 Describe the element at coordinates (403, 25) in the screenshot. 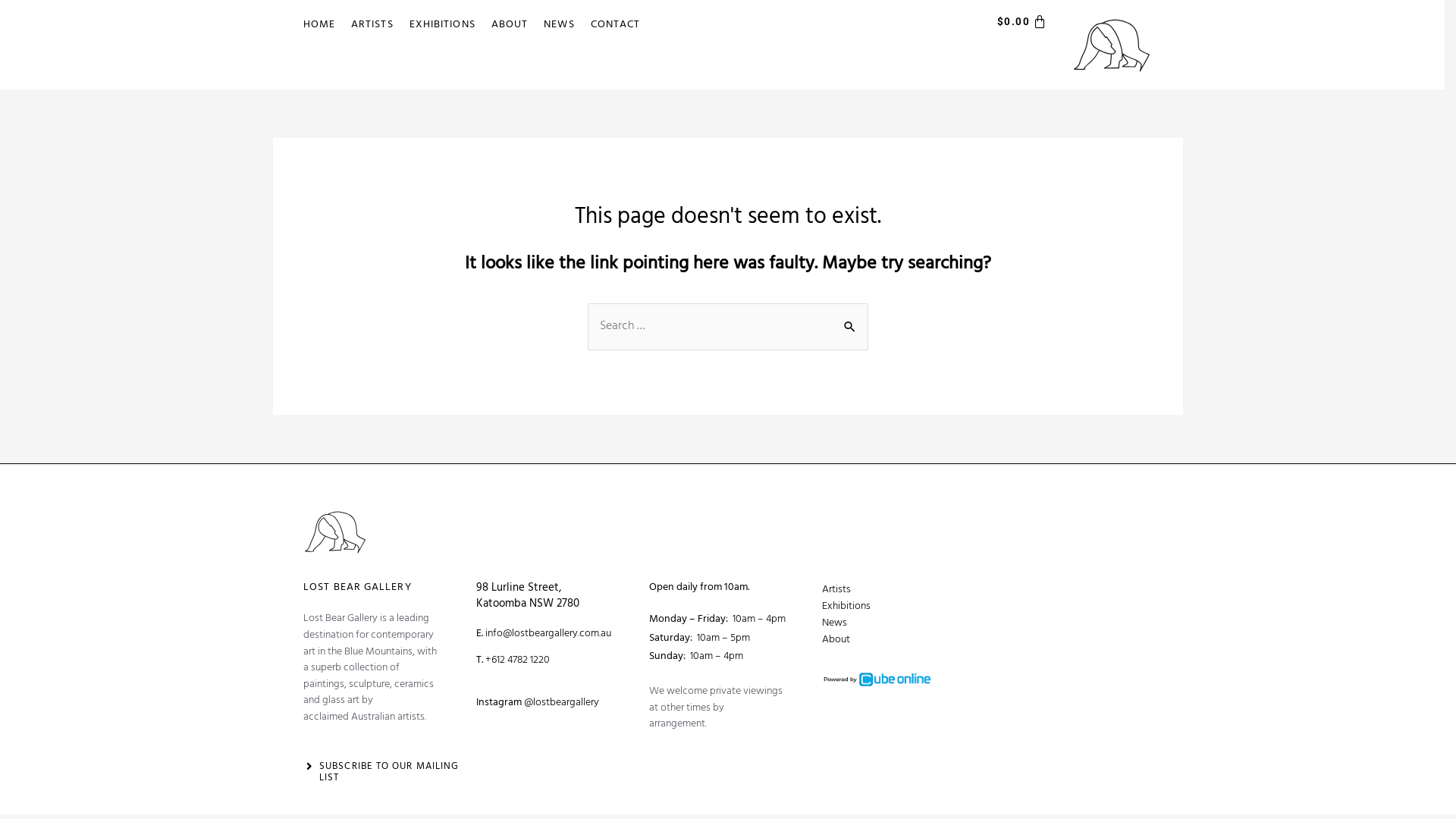

I see `'EXHIBITIONS'` at that location.